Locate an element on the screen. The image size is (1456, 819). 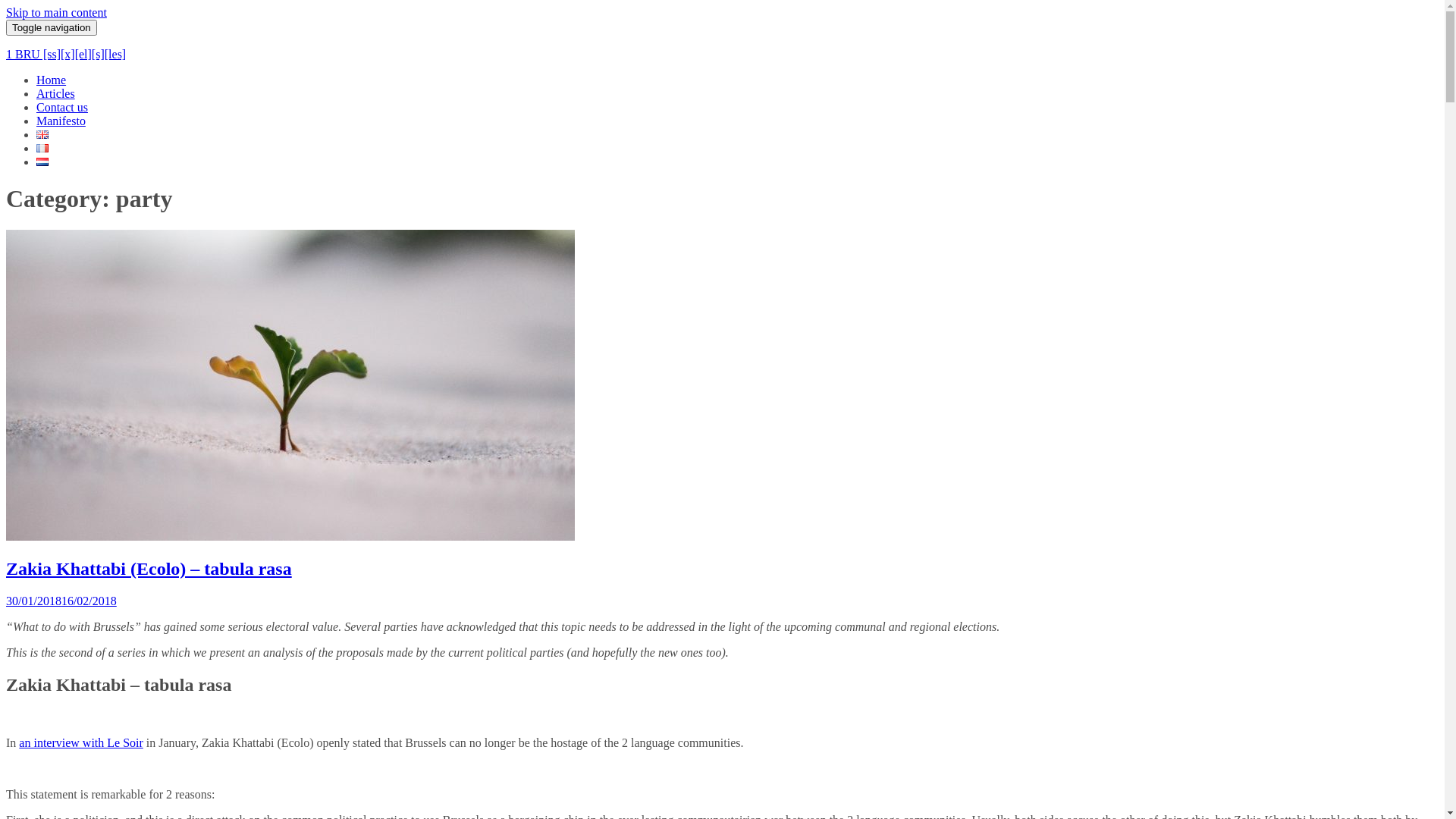
'1 BRU [ss][x][el][s][les]' is located at coordinates (64, 53).